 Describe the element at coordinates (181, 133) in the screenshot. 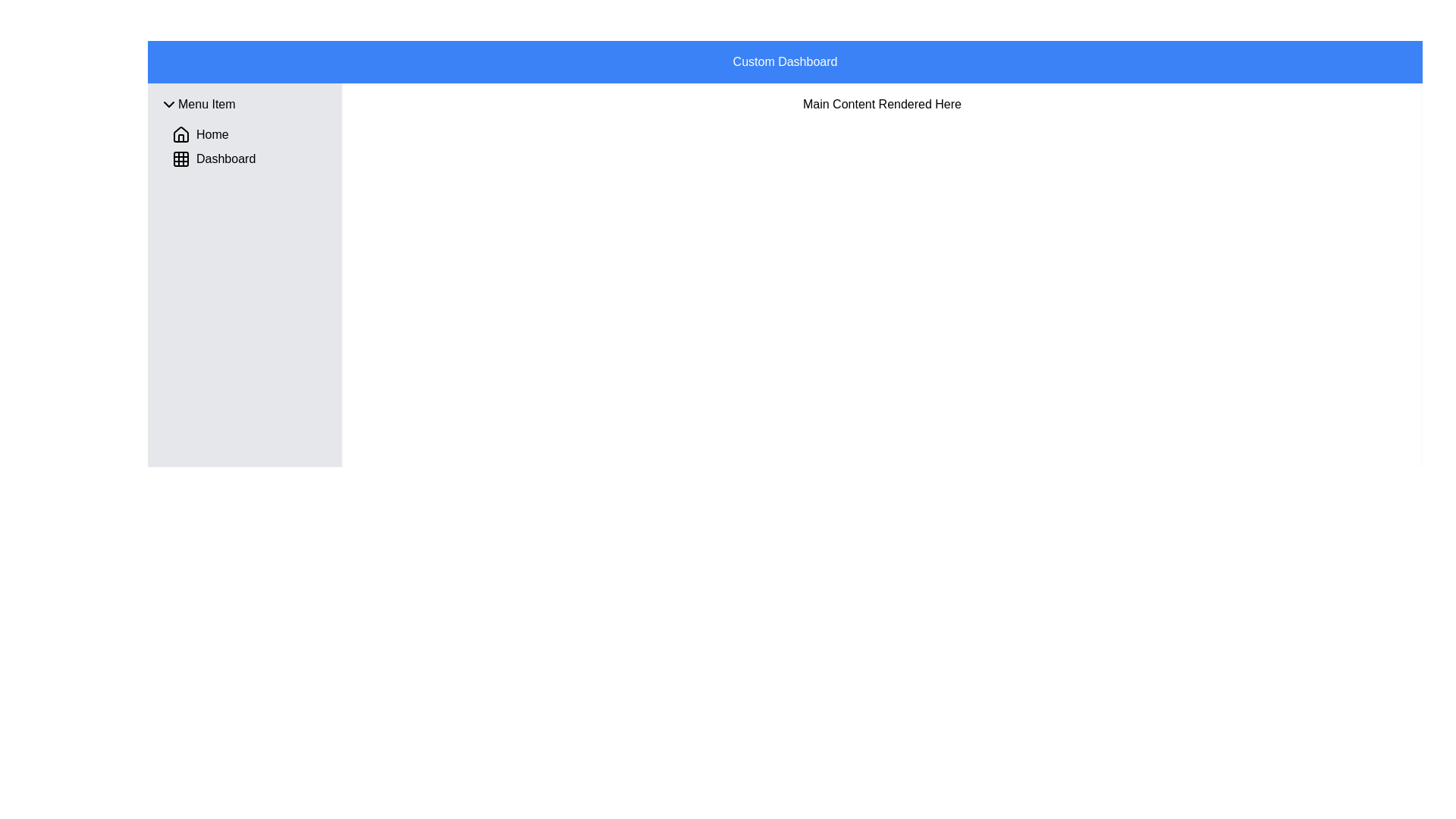

I see `the 'Home' menu icon located in the sidebar under the title 'Menu Item', which visually represents the home option` at that location.